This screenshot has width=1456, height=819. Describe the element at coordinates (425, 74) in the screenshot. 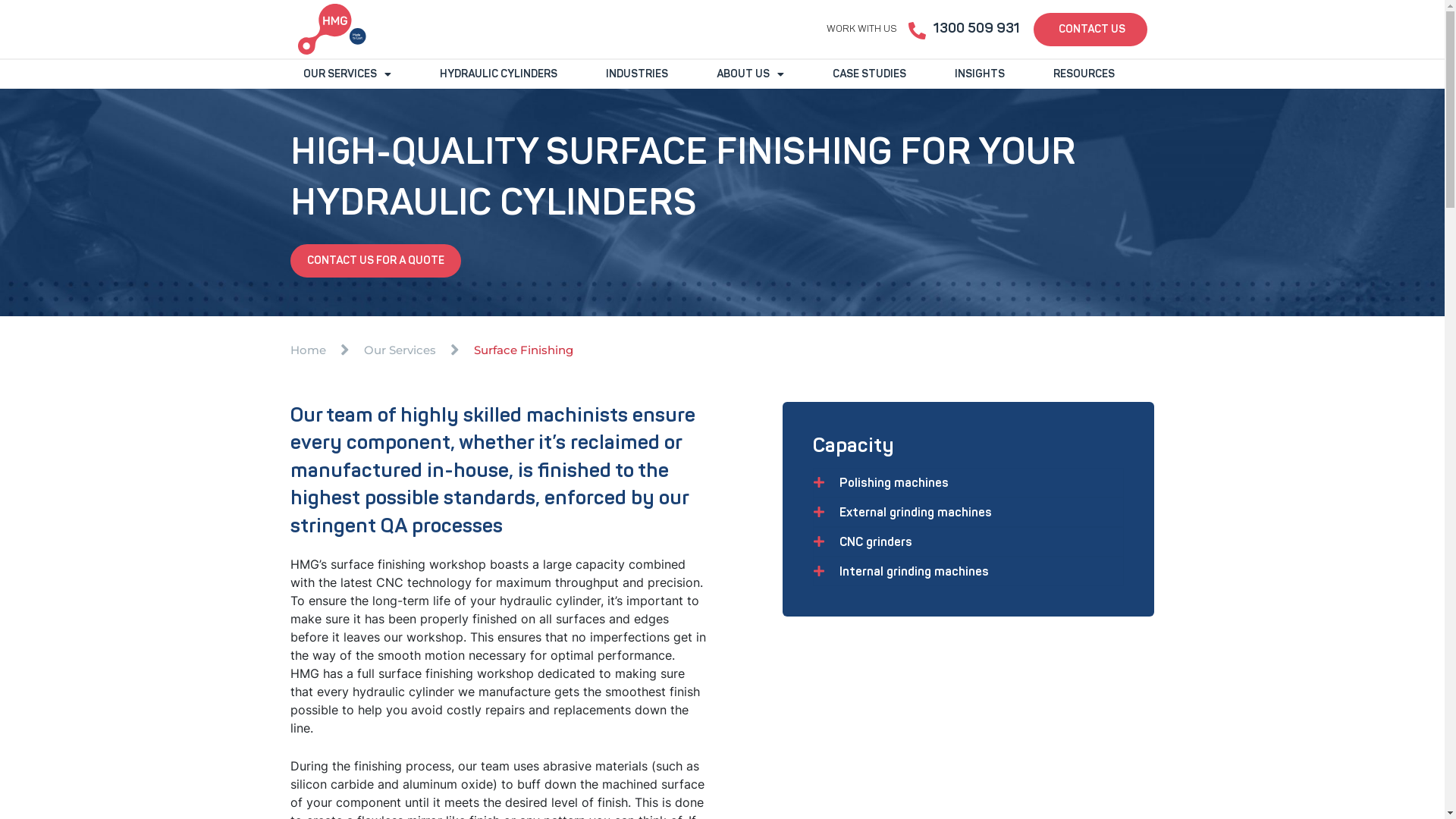

I see `'HYDRAULIC CYLINDERS'` at that location.